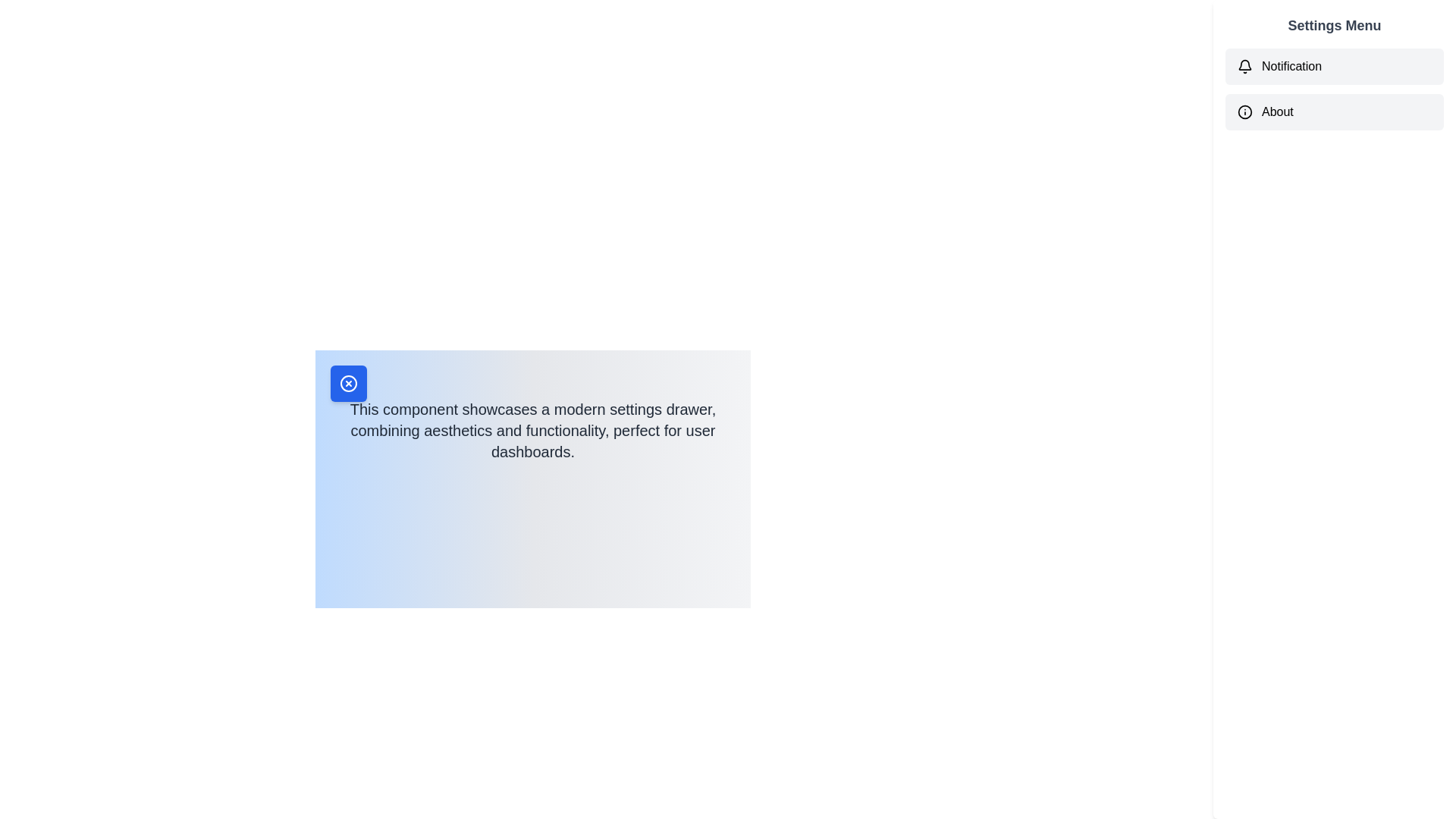 Image resolution: width=1456 pixels, height=819 pixels. I want to click on the bell icon used for notifications located in the 'Notification' section of the settings menu, positioned to the left of the text label 'Notification', so click(1244, 66).